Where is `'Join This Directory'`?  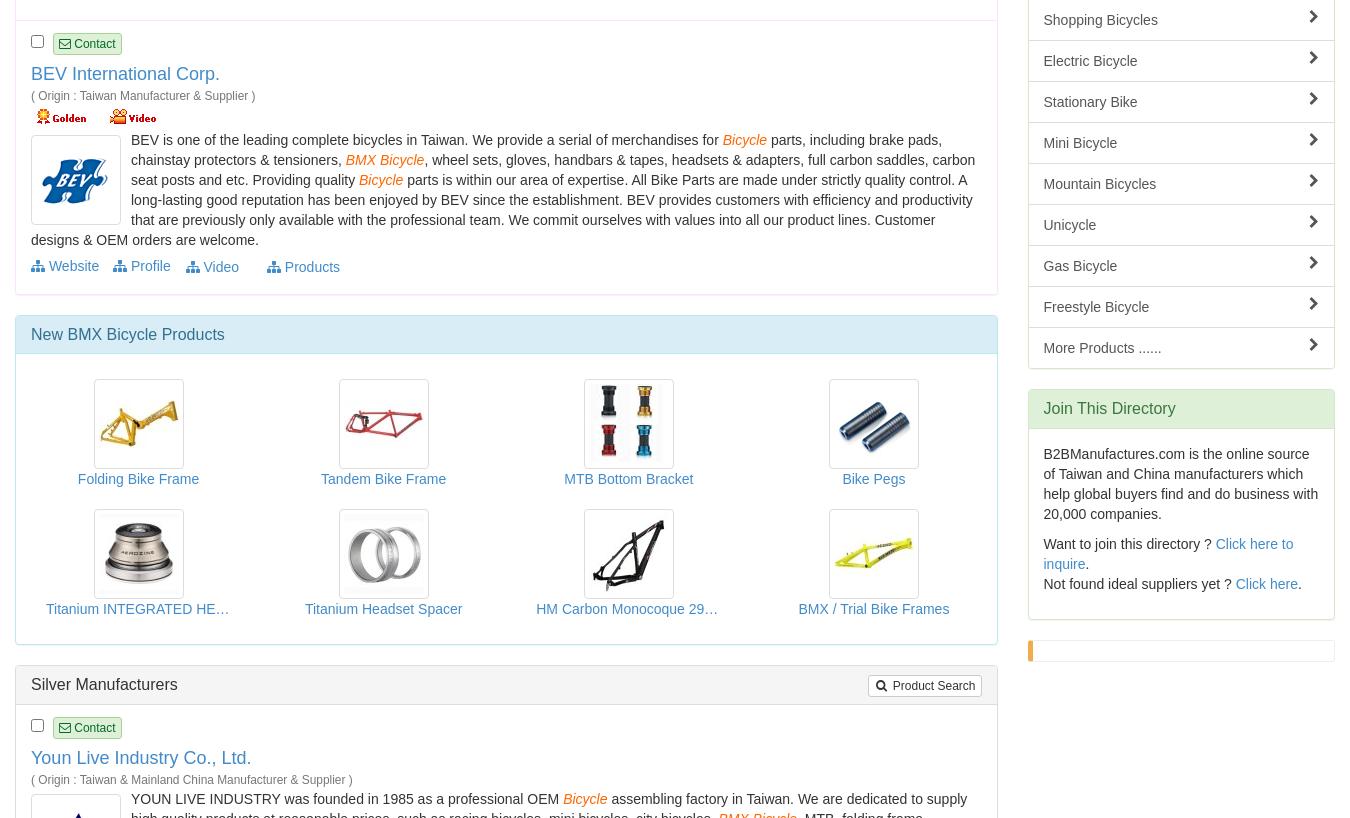 'Join This Directory' is located at coordinates (1109, 408).